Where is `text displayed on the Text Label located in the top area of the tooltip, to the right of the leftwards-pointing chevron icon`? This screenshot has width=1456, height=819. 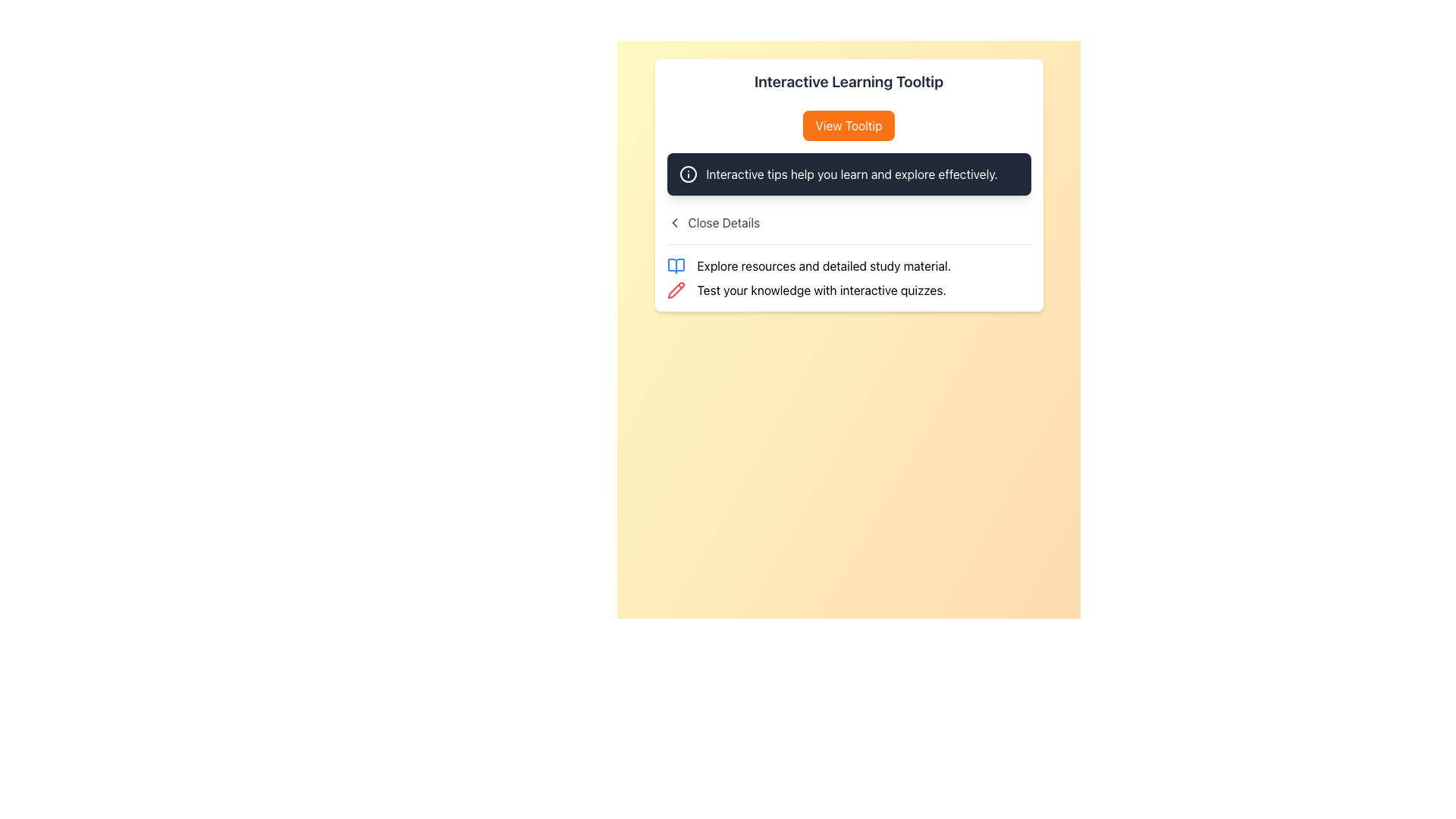 text displayed on the Text Label located in the top area of the tooltip, to the right of the leftwards-pointing chevron icon is located at coordinates (723, 222).